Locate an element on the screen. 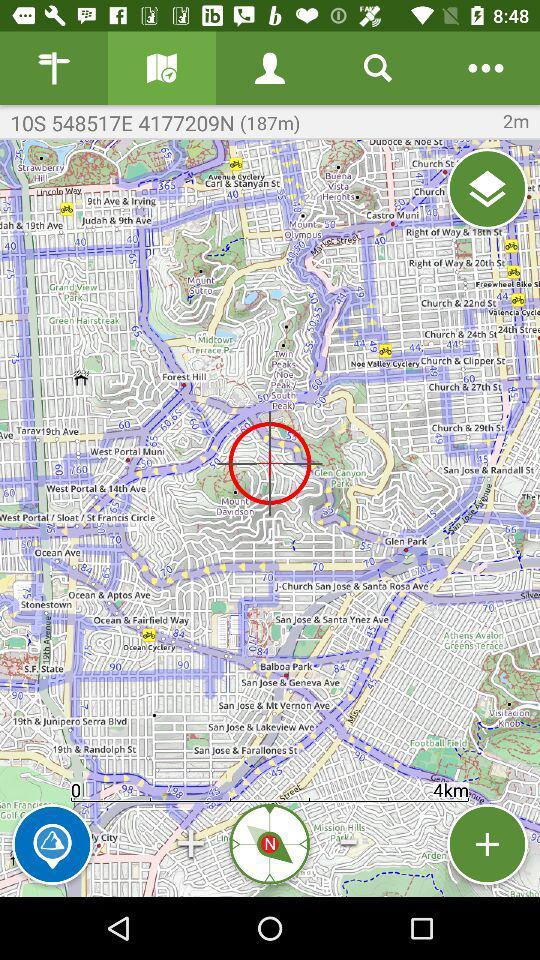 This screenshot has height=960, width=540. location is located at coordinates (486, 843).